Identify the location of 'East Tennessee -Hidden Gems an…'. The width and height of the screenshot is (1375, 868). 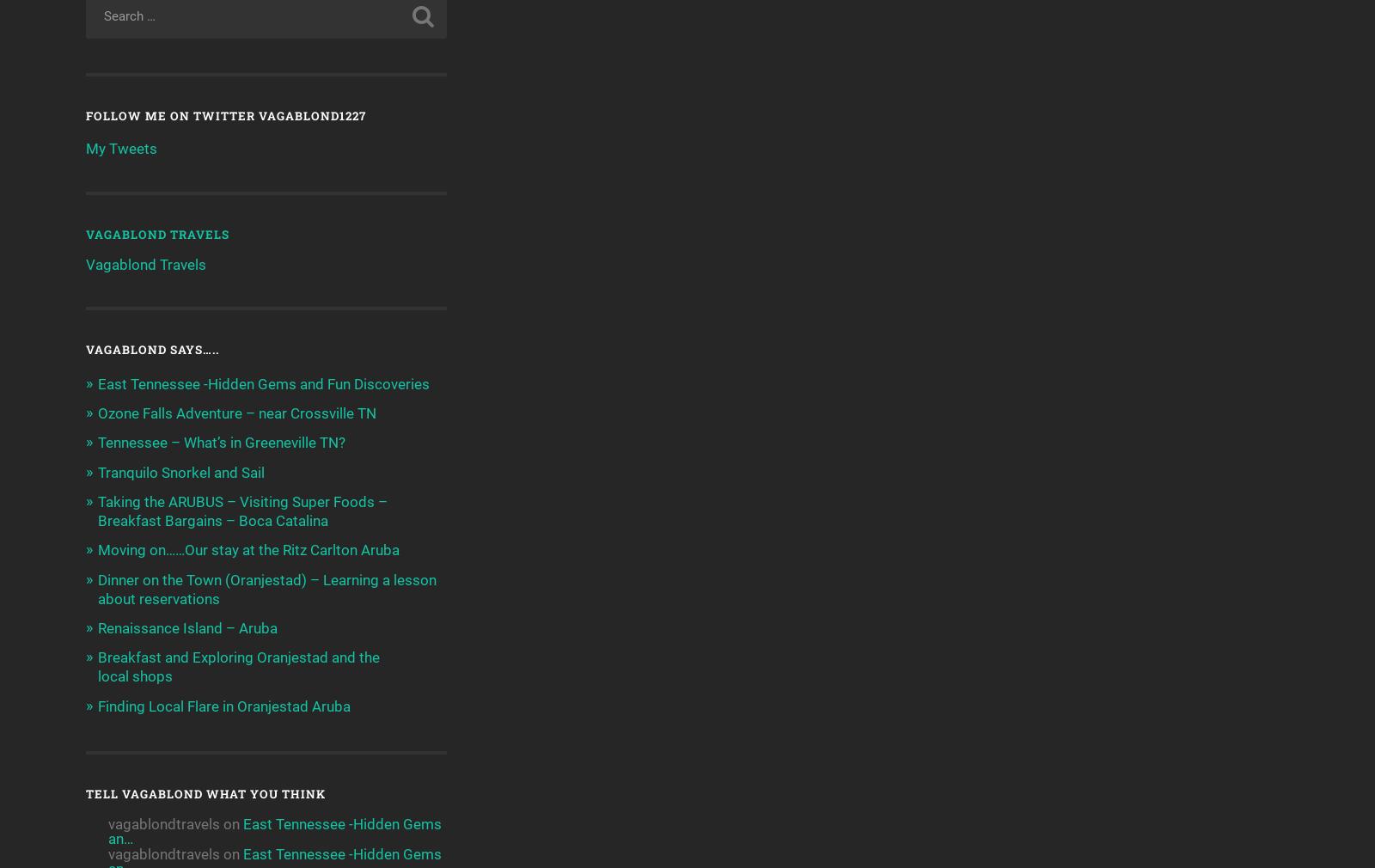
(107, 831).